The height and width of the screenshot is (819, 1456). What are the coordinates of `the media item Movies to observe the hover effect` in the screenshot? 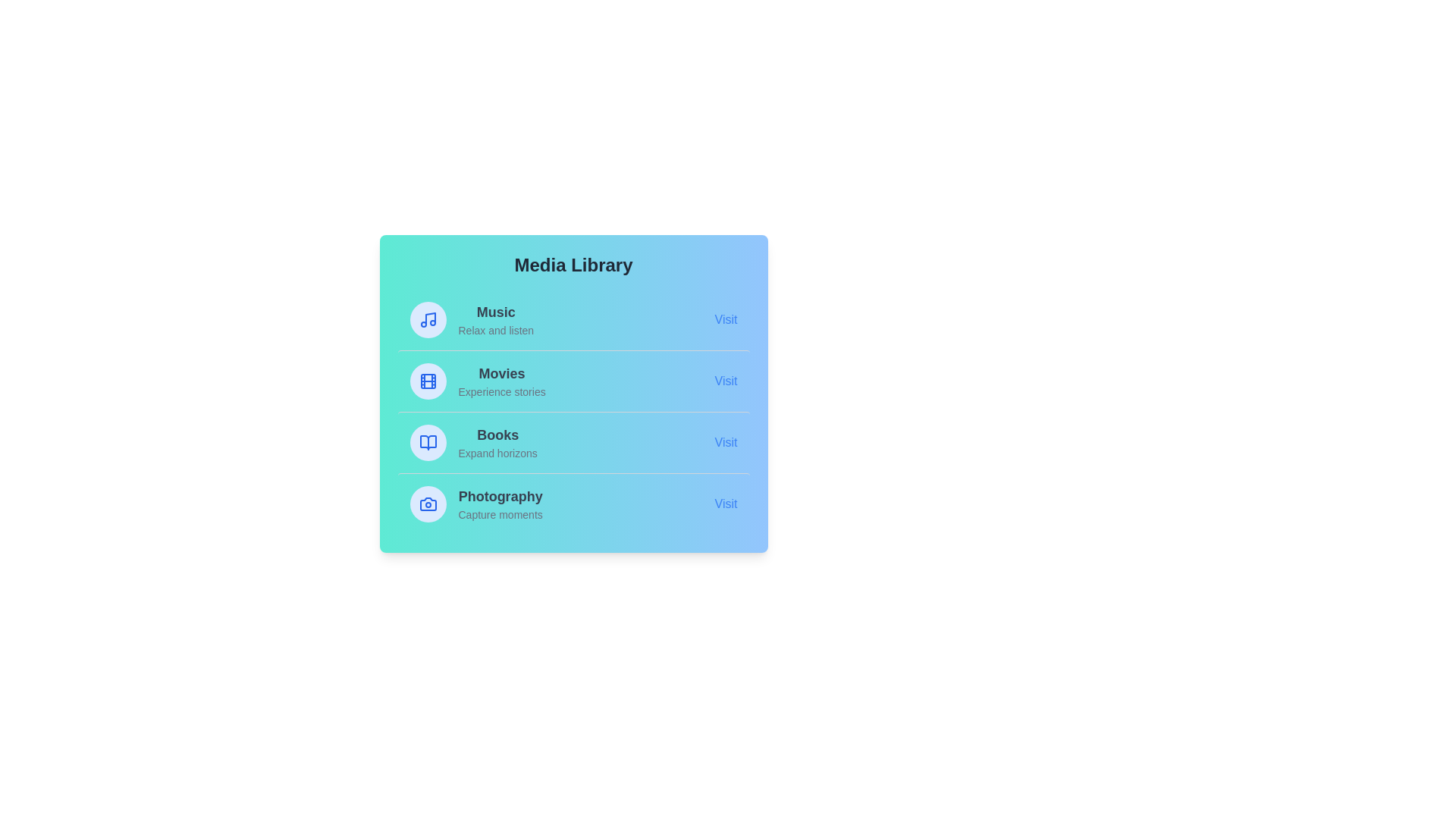 It's located at (573, 380).